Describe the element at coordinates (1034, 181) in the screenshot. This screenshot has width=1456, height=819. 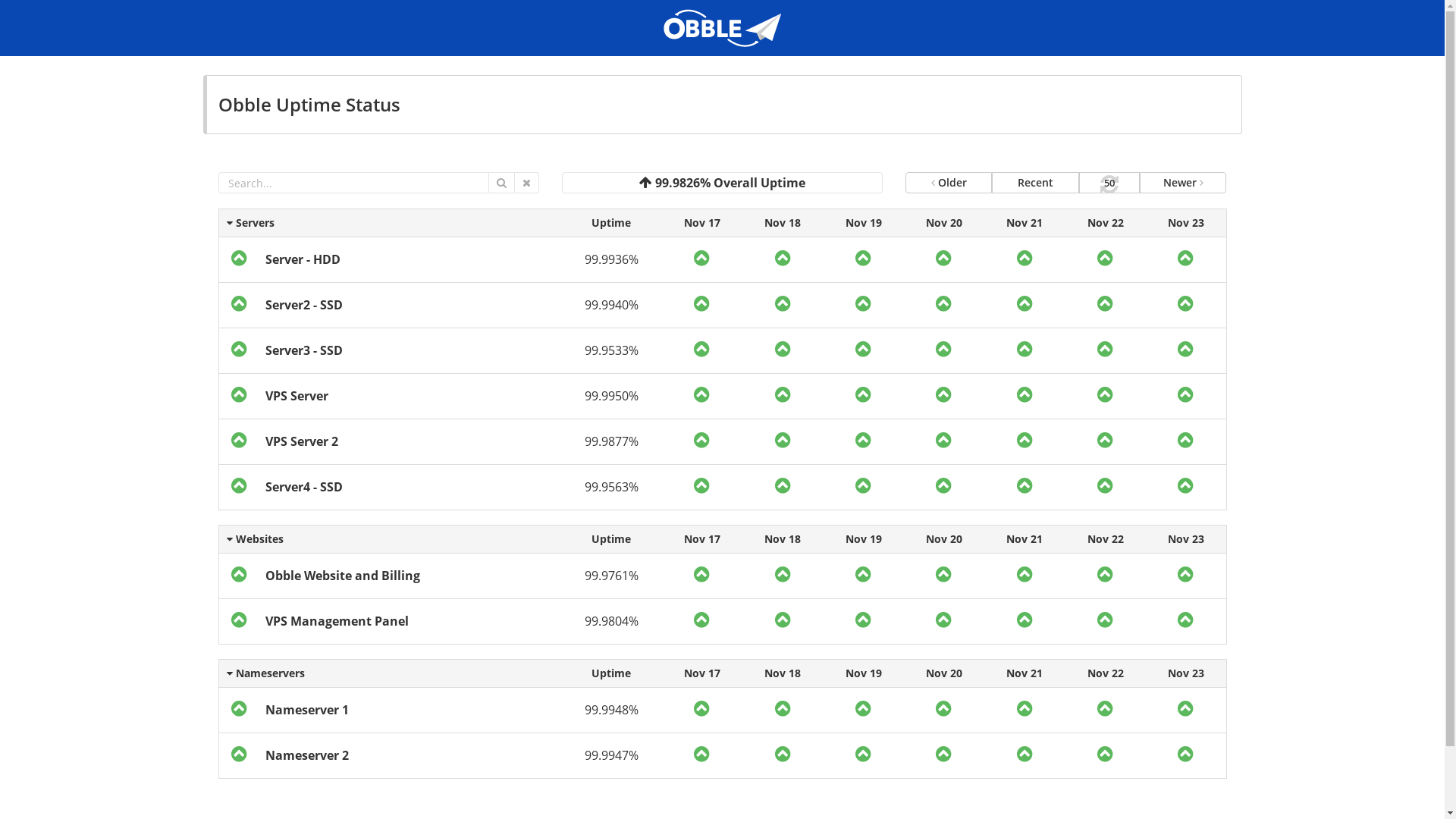
I see `'Recent'` at that location.